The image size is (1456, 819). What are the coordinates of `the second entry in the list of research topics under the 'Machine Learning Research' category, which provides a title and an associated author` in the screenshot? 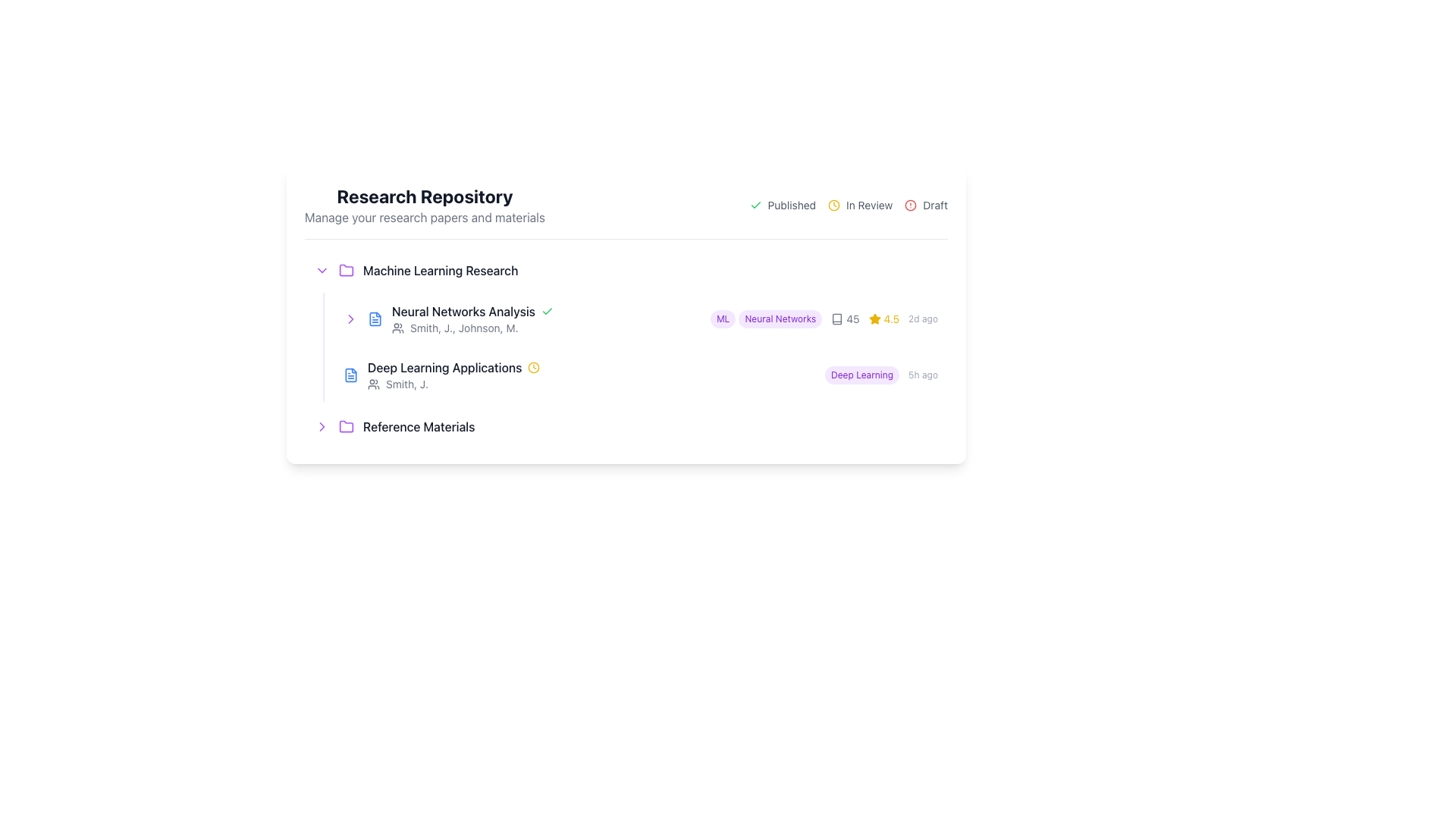 It's located at (591, 375).